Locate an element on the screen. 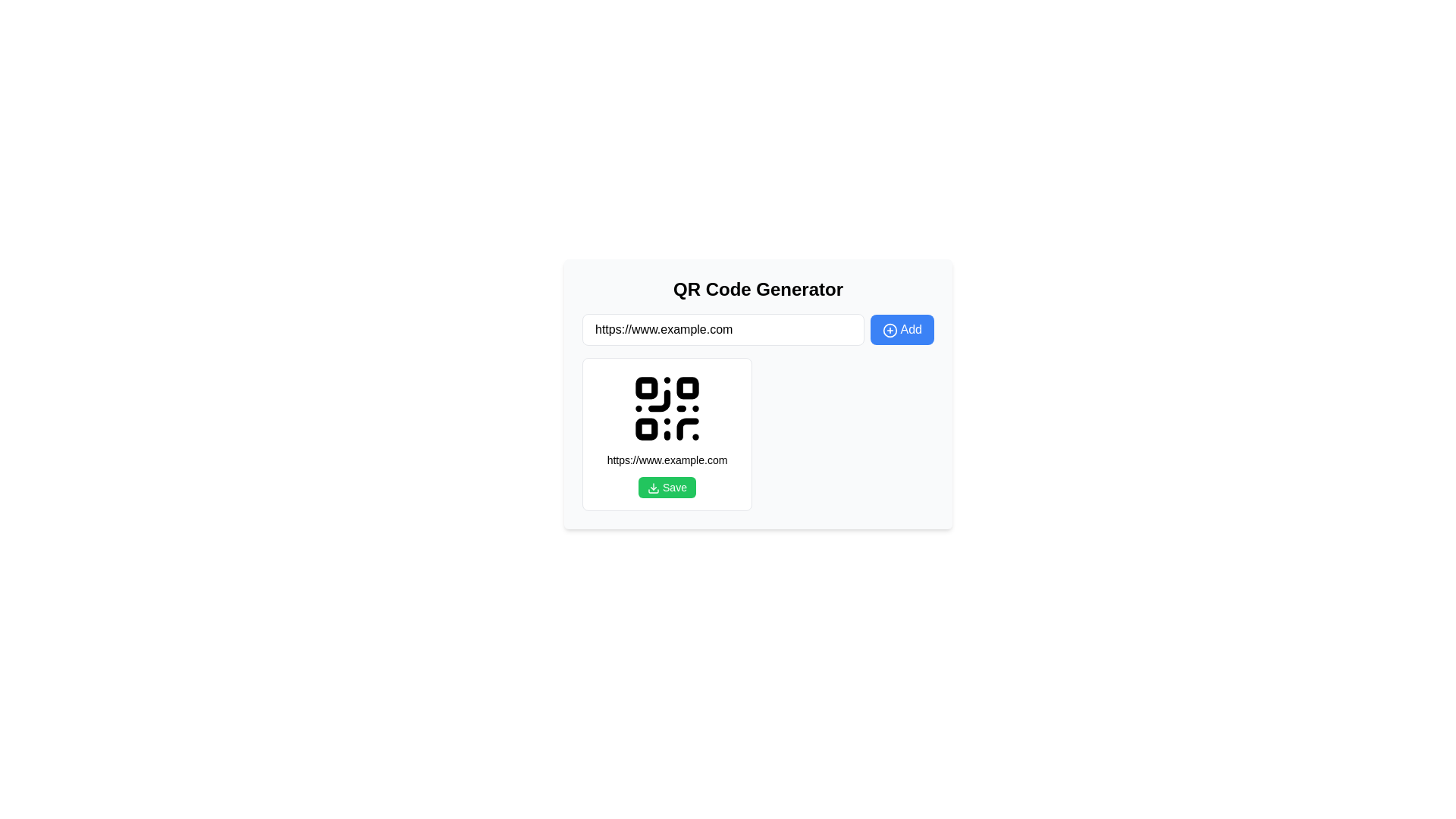  the 'Add' button with a blue background and white text, located on the right side of the text input field in the 'QR Code Generator' section is located at coordinates (902, 329).